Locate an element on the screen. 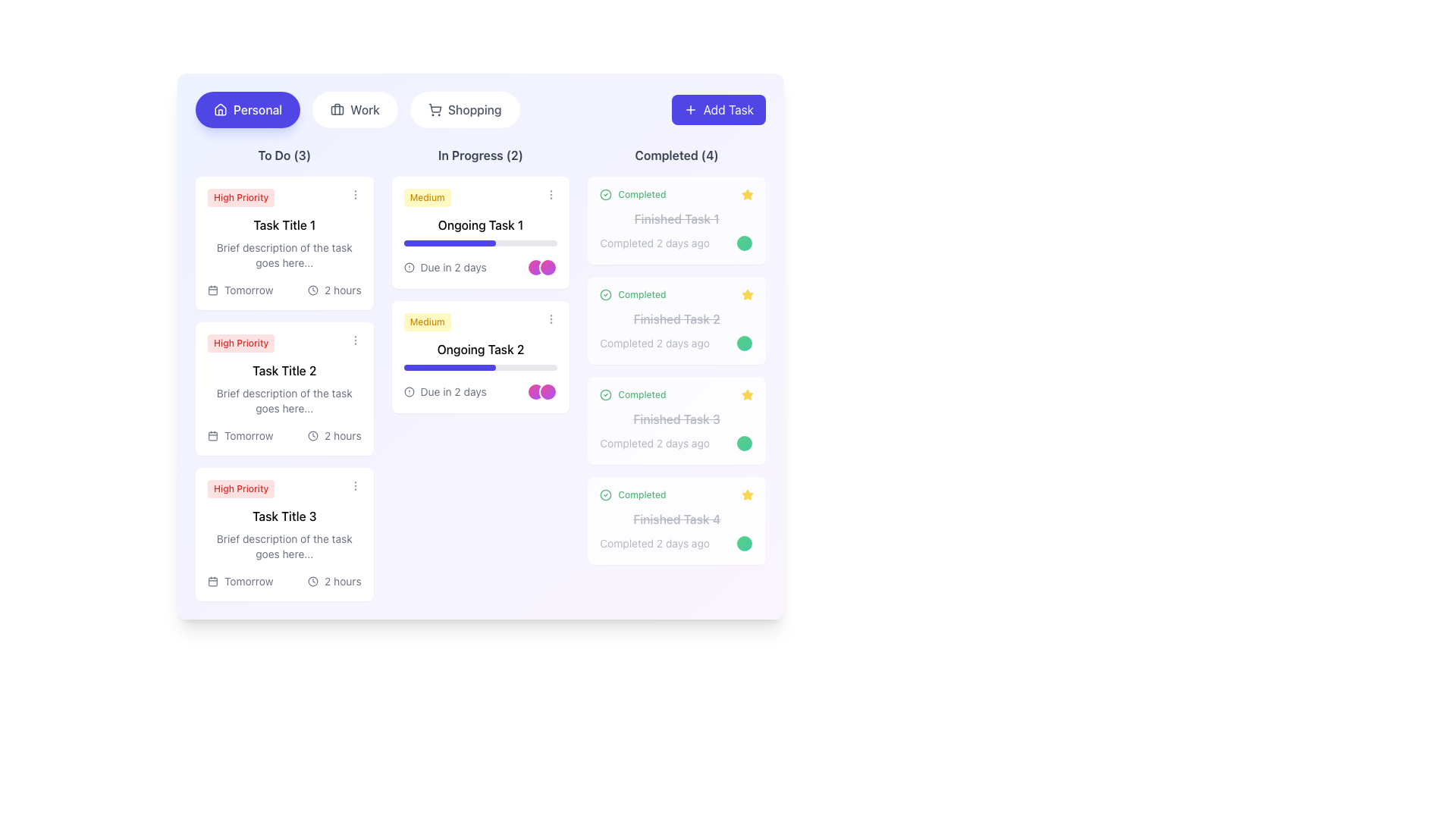  the star-shaped icon with a yellow fill and black borders located in the 'Completed' section next to the task 'Finished Task 1' to mark or unmark it as favorite is located at coordinates (747, 194).